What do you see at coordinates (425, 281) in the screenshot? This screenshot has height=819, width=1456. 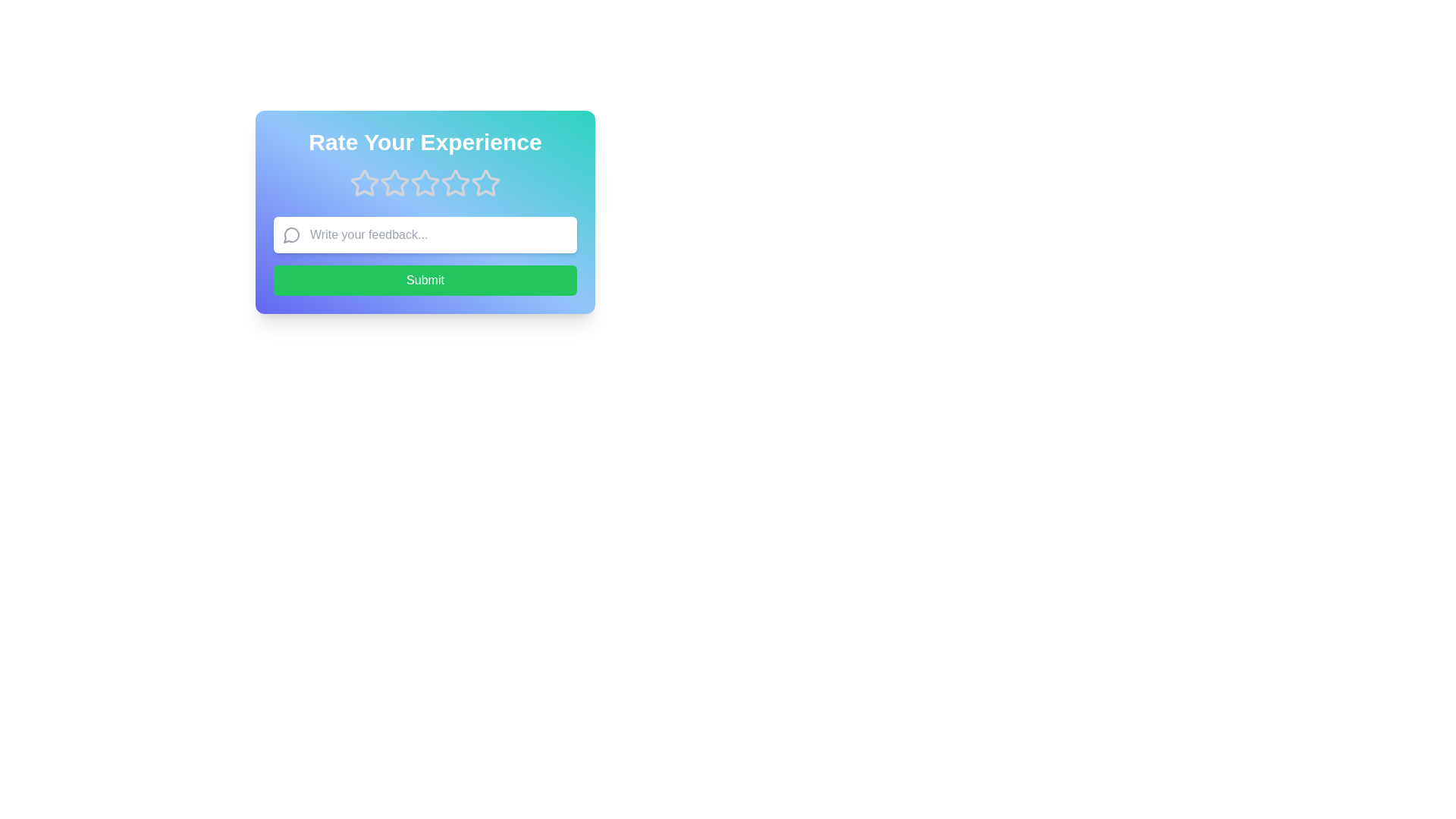 I see `submit button to submit the feedback` at bounding box center [425, 281].